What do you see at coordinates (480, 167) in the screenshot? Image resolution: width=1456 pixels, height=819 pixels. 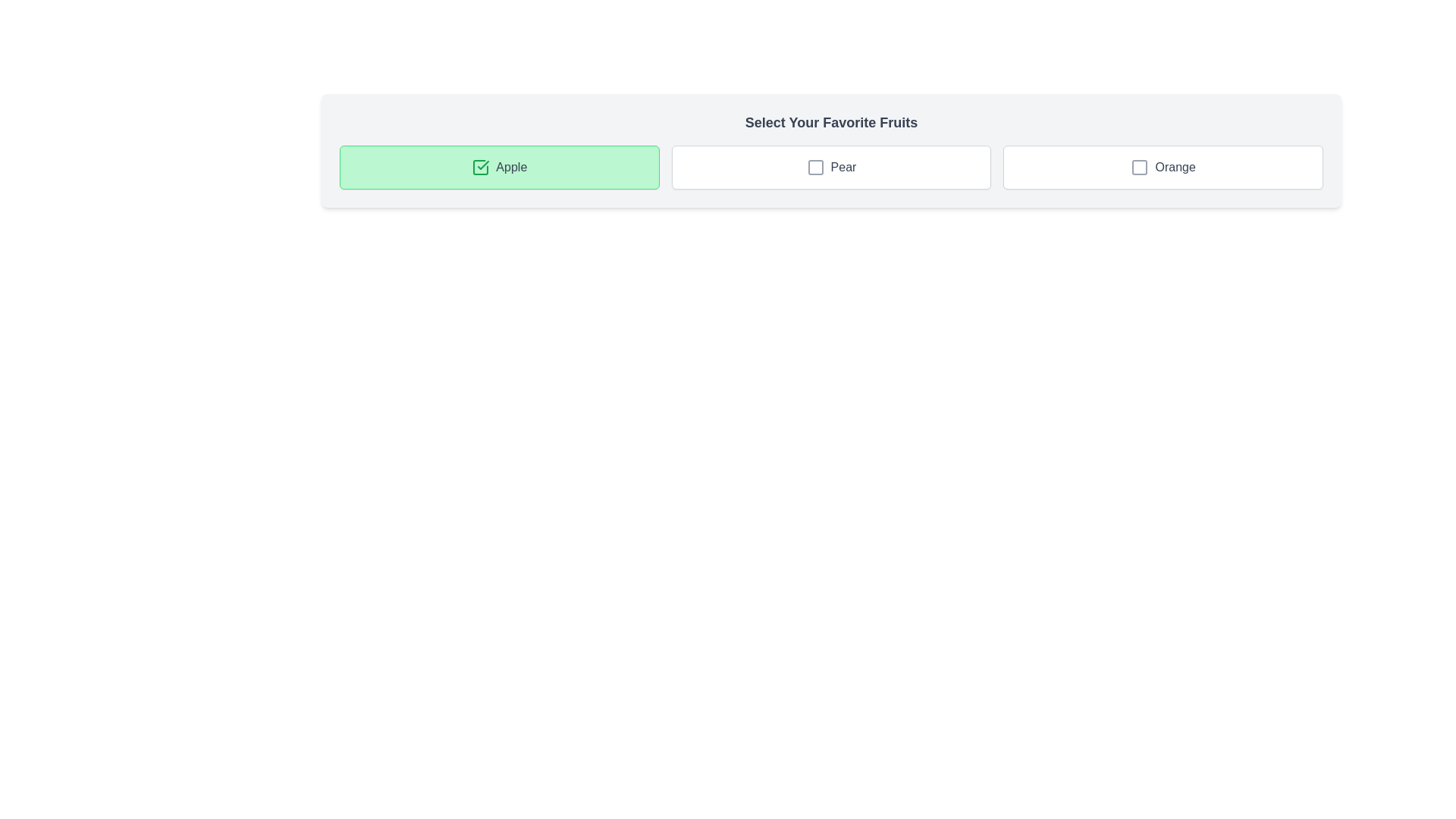 I see `the Checkbox icon indicating the checked state for the option labeled 'Apple'` at bounding box center [480, 167].